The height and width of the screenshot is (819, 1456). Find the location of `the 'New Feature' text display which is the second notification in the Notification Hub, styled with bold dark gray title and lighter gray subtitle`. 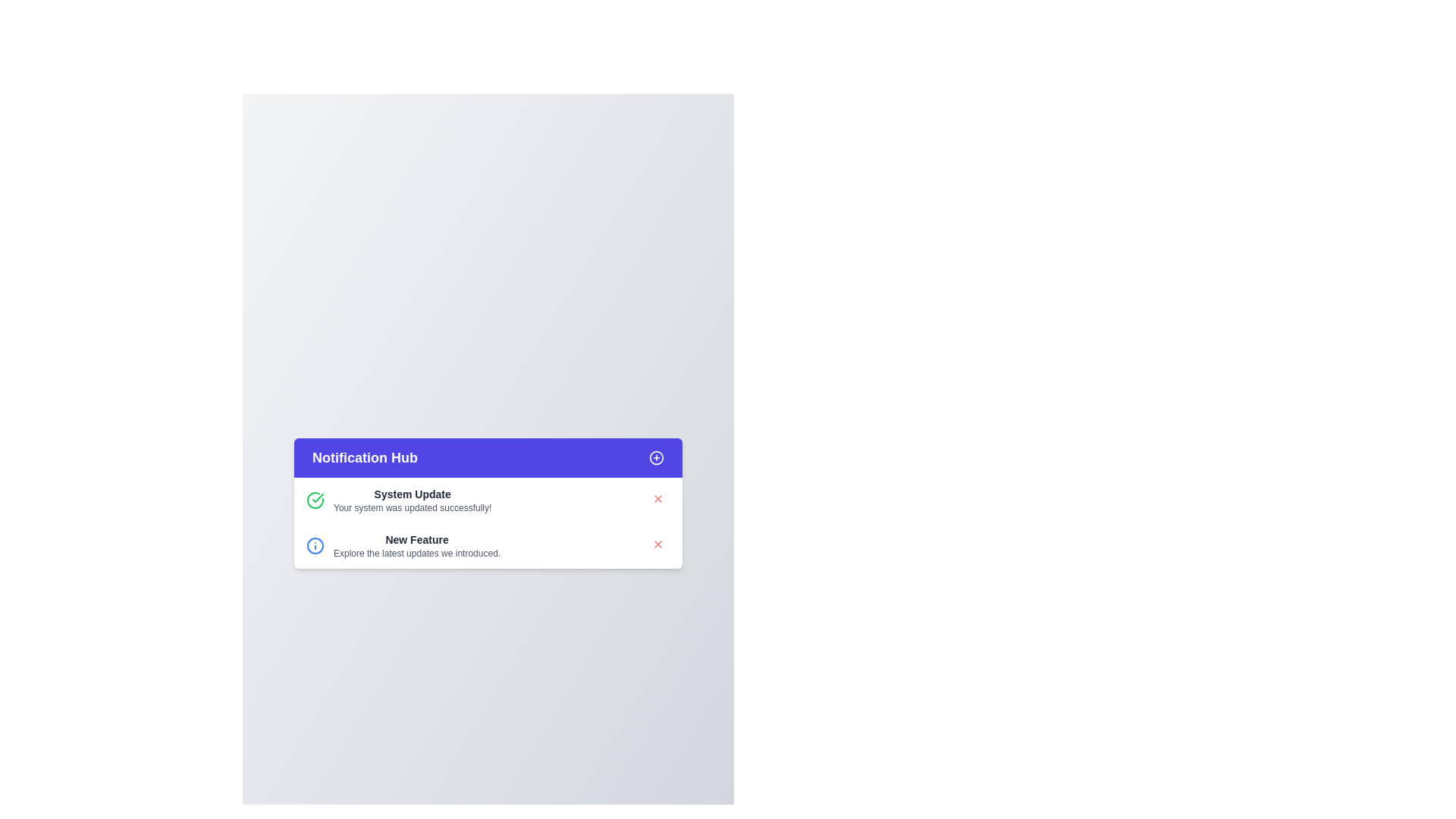

the 'New Feature' text display which is the second notification in the Notification Hub, styled with bold dark gray title and lighter gray subtitle is located at coordinates (417, 546).